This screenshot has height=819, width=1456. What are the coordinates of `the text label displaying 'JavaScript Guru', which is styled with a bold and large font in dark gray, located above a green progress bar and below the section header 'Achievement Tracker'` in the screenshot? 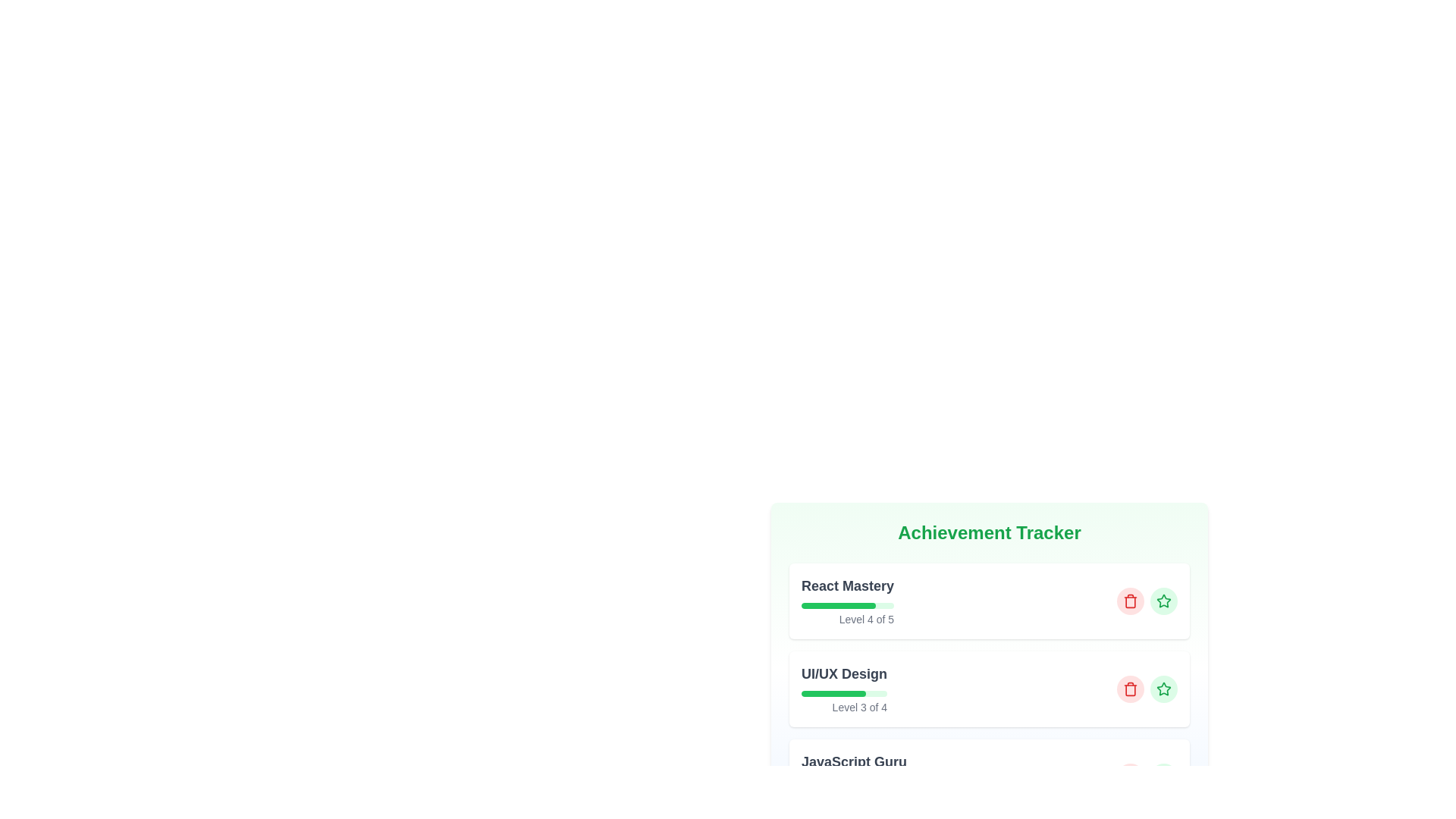 It's located at (854, 762).